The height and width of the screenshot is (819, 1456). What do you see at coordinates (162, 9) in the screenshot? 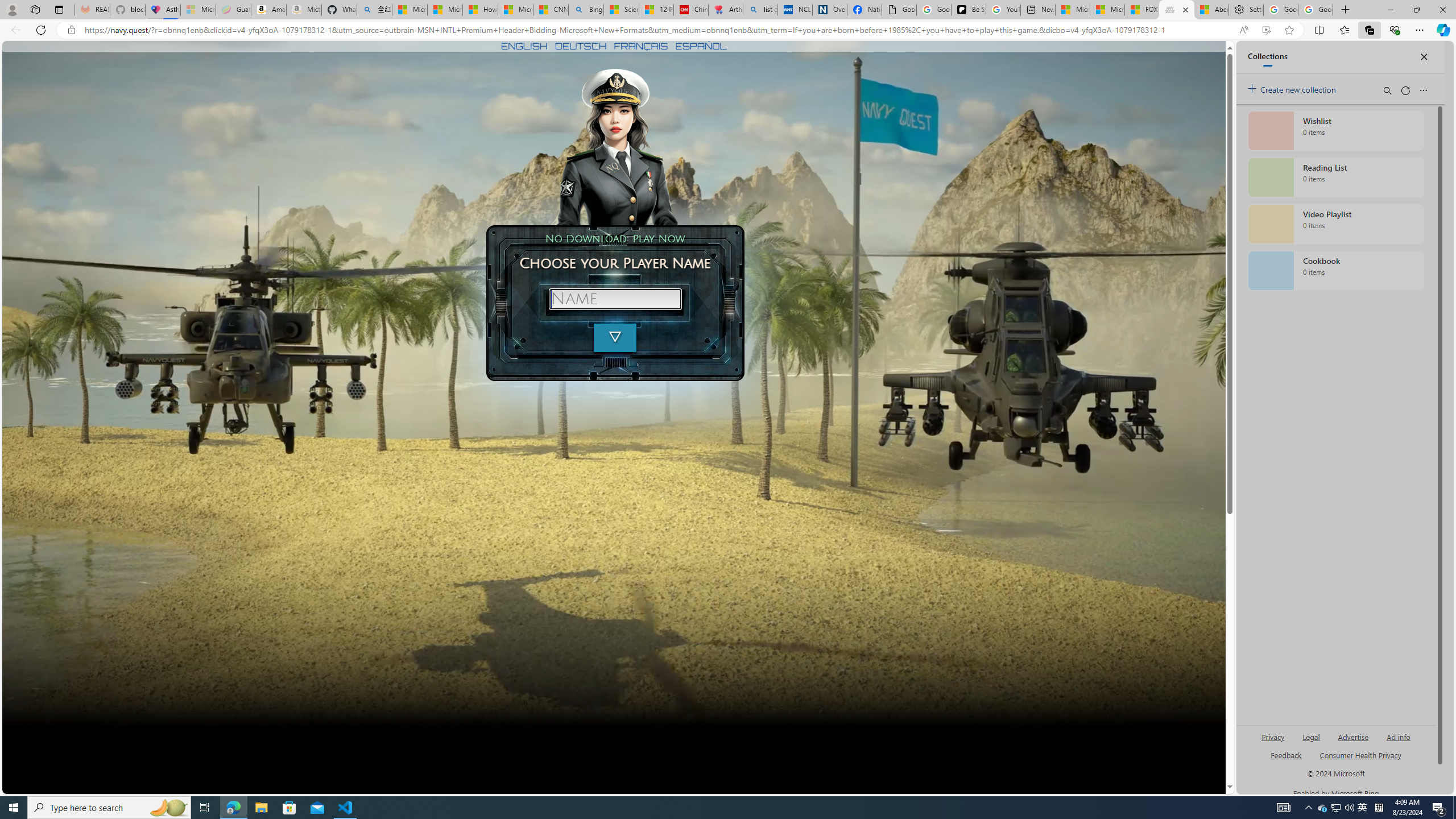
I see `'Asthma Inhalers: Names and Types'` at bounding box center [162, 9].